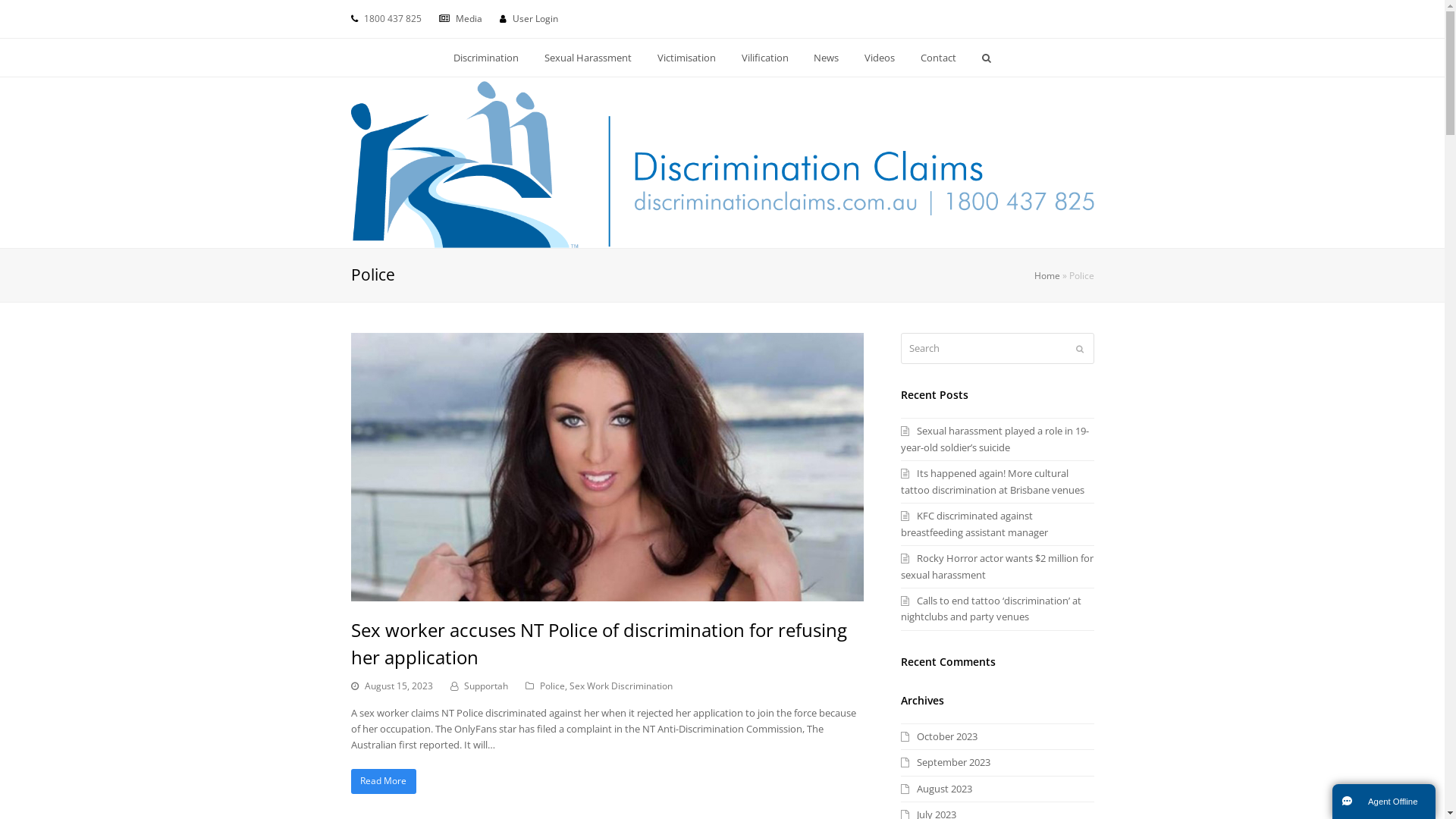 This screenshot has height=819, width=1456. I want to click on 'October 2023', so click(938, 736).